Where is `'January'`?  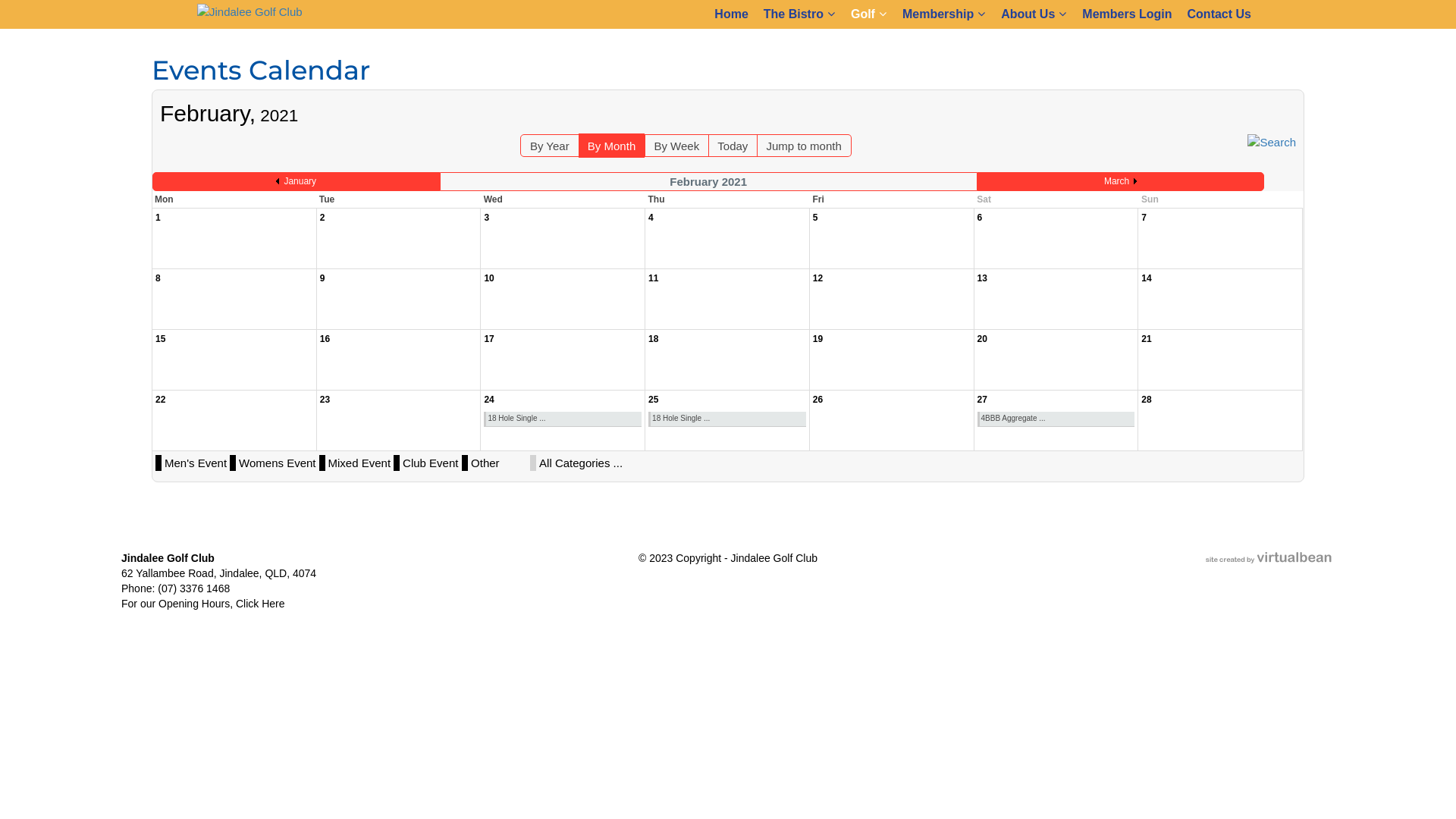
'January' is located at coordinates (296, 180).